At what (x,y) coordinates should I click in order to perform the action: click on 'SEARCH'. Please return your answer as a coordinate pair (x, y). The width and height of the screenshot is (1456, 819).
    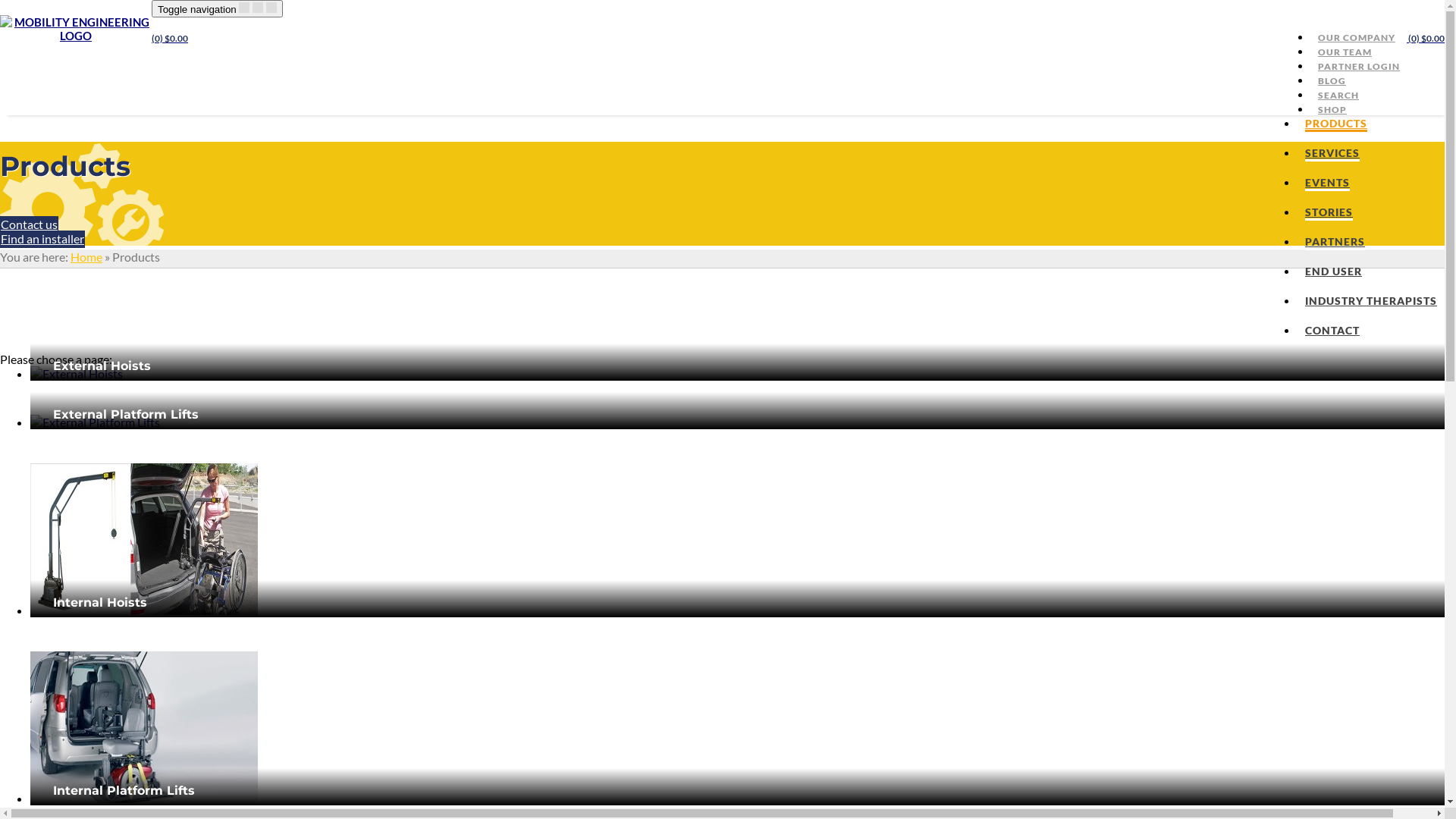
    Looking at the image, I should click on (1310, 95).